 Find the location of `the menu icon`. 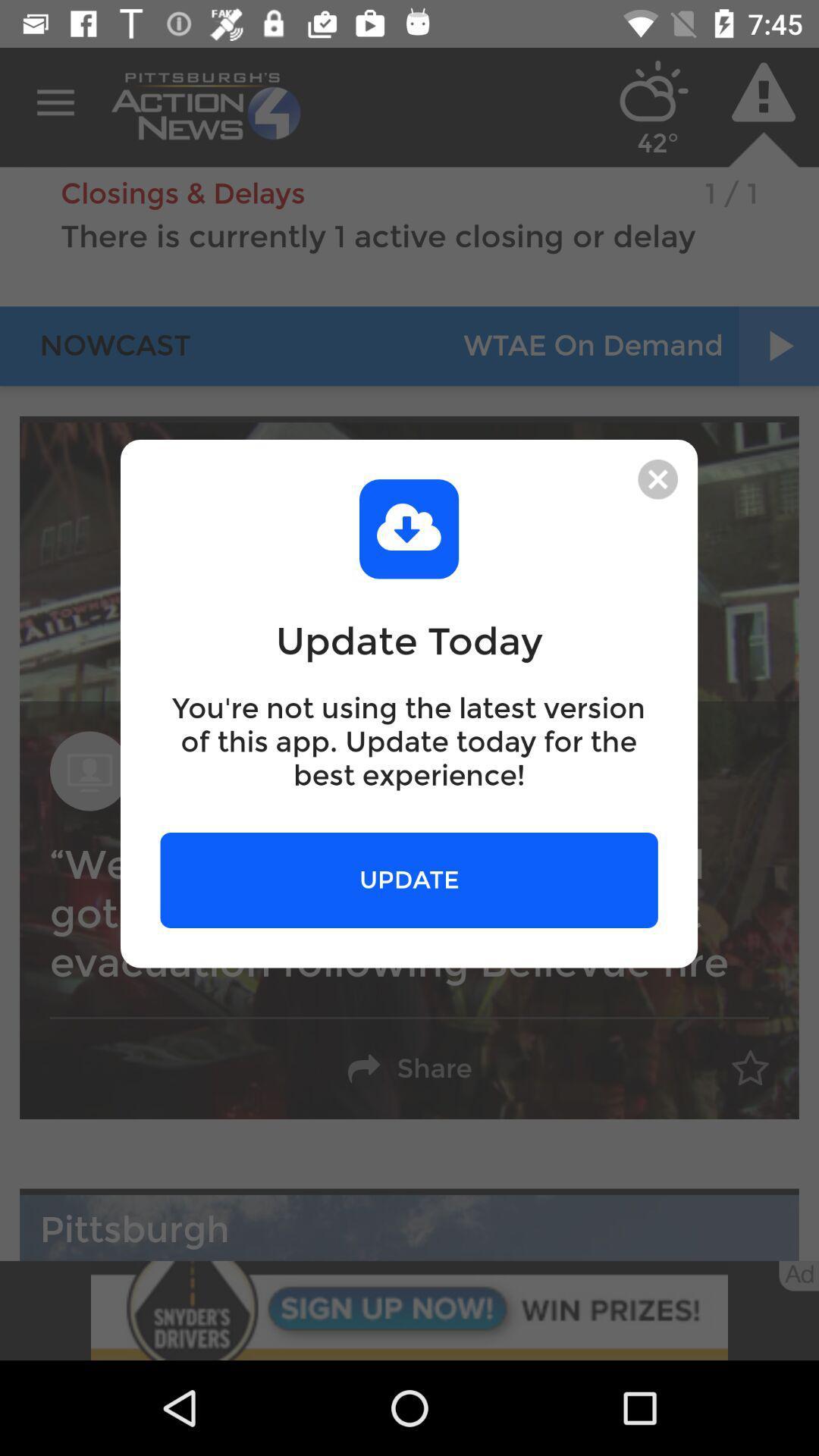

the menu icon is located at coordinates (55, 102).